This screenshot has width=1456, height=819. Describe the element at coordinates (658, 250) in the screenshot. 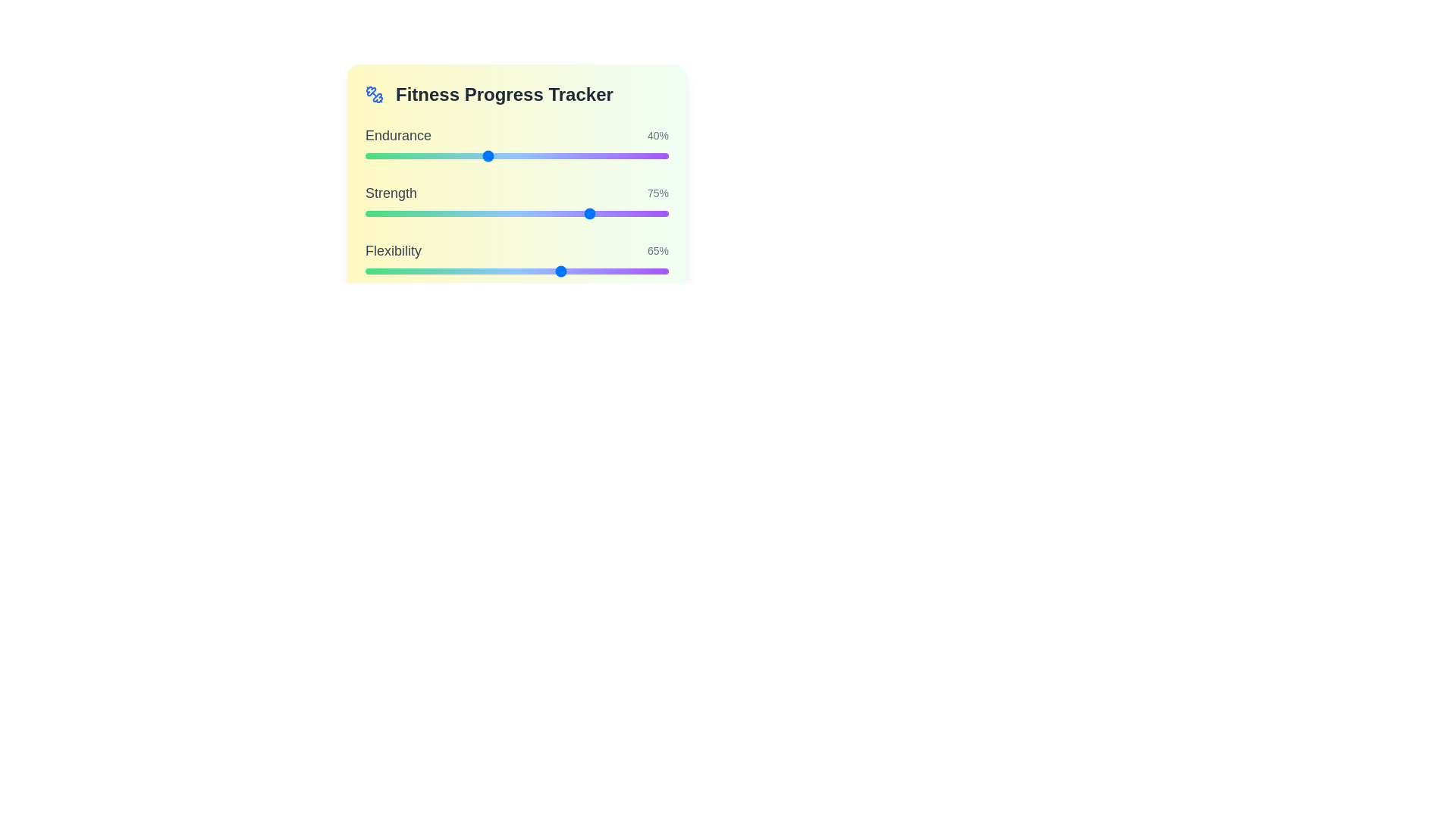

I see `the text element displaying '65%' in gray, located to the right of the 'Flexibility' progress bar` at that location.